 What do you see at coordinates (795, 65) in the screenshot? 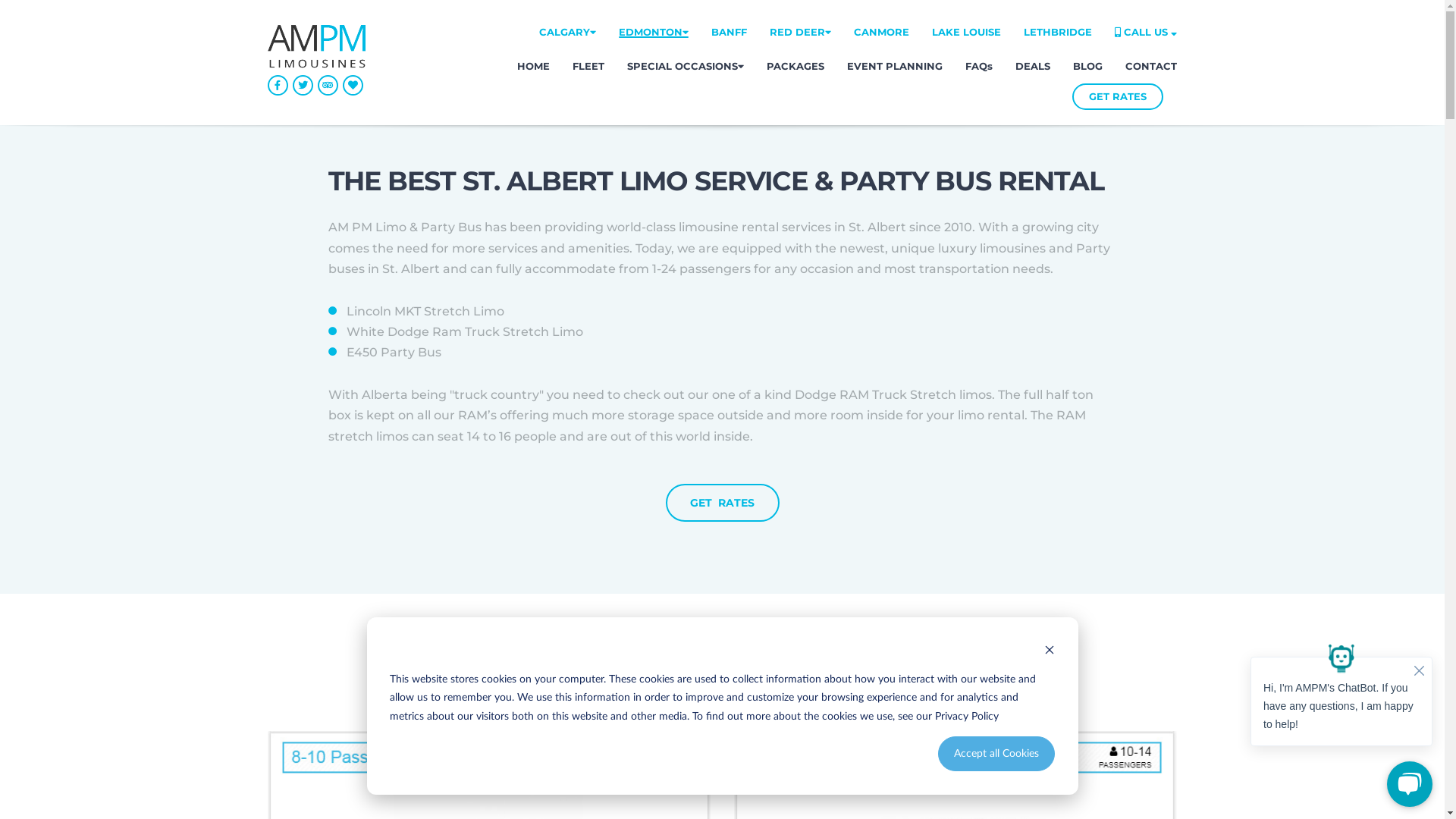
I see `'PACKAGES'` at bounding box center [795, 65].